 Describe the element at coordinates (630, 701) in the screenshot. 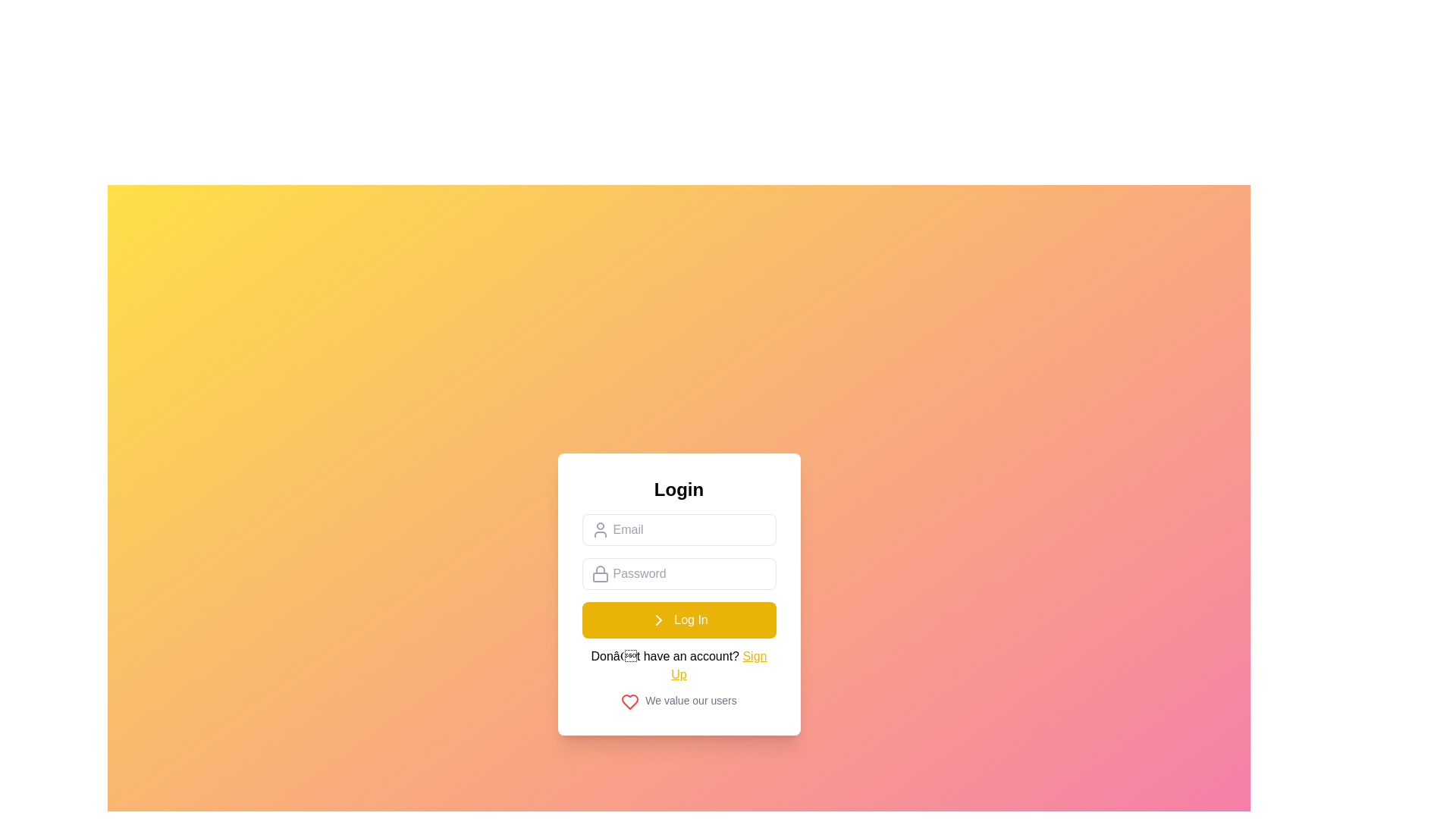

I see `the heart-shaped icon representing affection located at the bottom of the login card interface, below the 'We value our users' text` at that location.